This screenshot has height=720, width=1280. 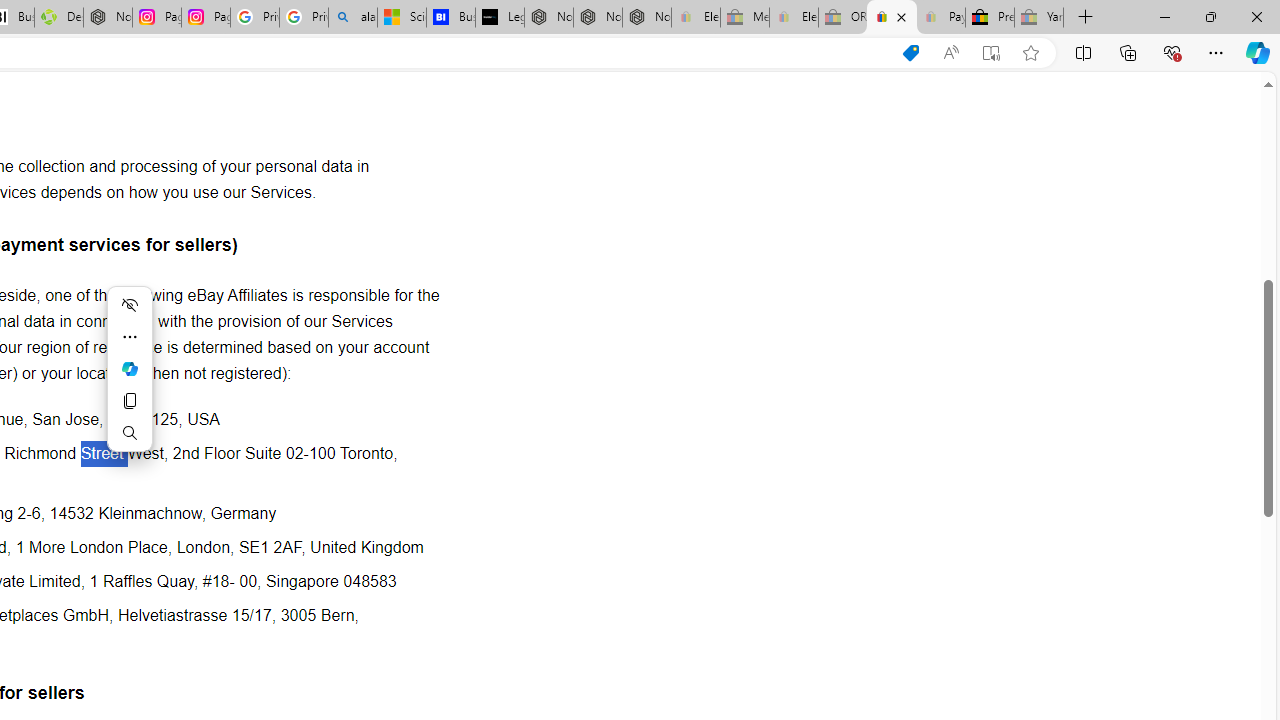 What do you see at coordinates (128, 401) in the screenshot?
I see `'Copy'` at bounding box center [128, 401].